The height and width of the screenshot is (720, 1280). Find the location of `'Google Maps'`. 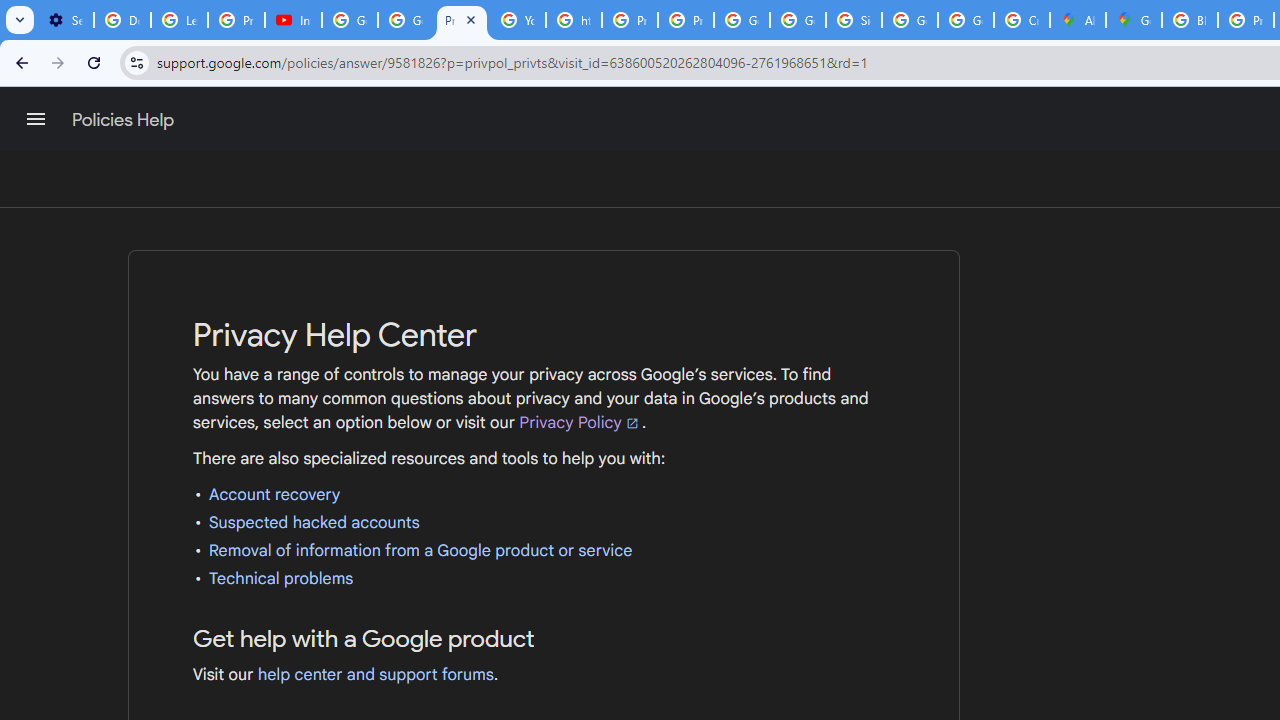

'Google Maps' is located at coordinates (1134, 20).